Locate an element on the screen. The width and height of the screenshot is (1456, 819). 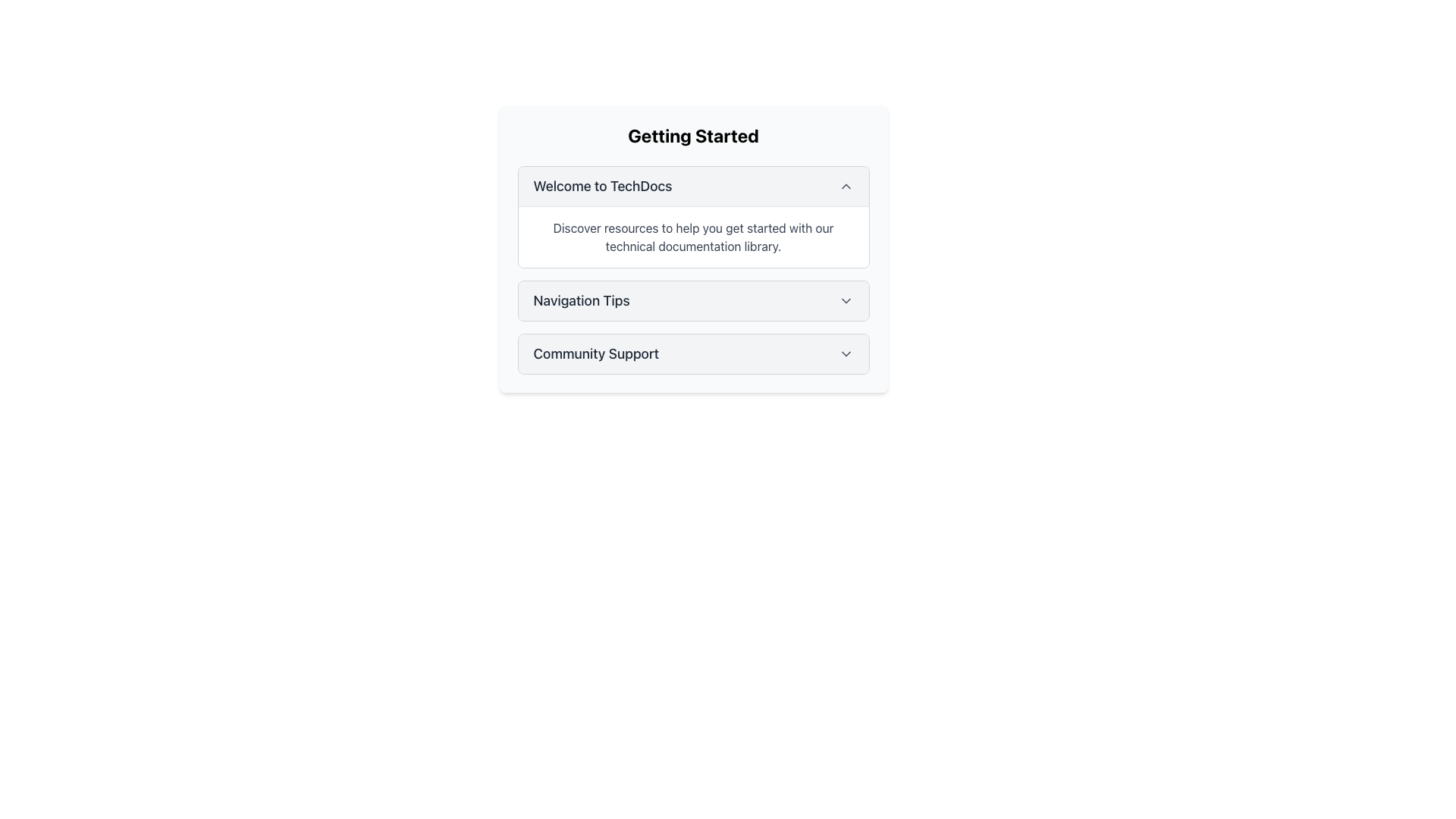
the Collapsible panel titled 'Welcome to TechDocs' is located at coordinates (692, 217).